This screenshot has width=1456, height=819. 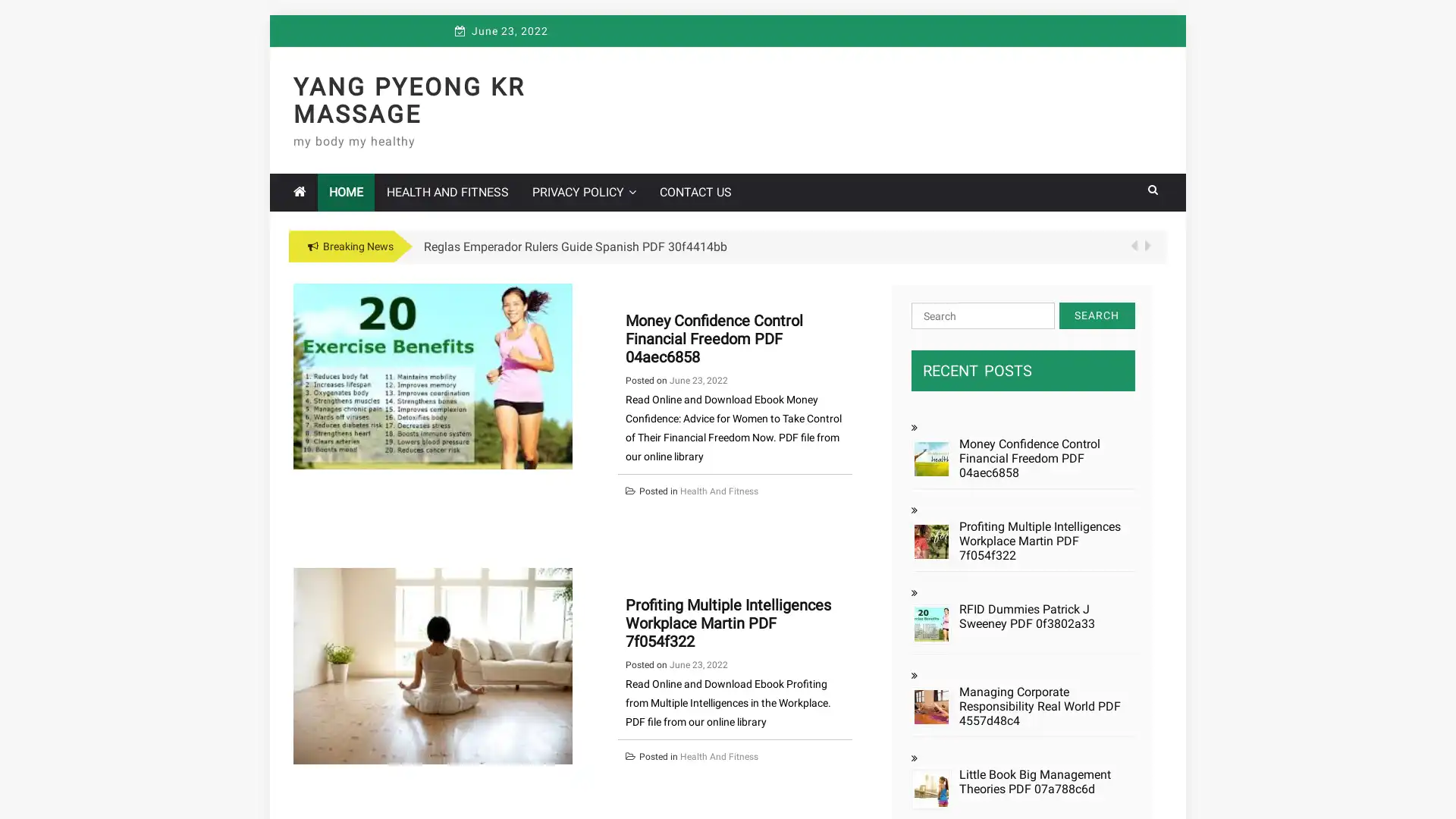 What do you see at coordinates (1096, 315) in the screenshot?
I see `Search` at bounding box center [1096, 315].